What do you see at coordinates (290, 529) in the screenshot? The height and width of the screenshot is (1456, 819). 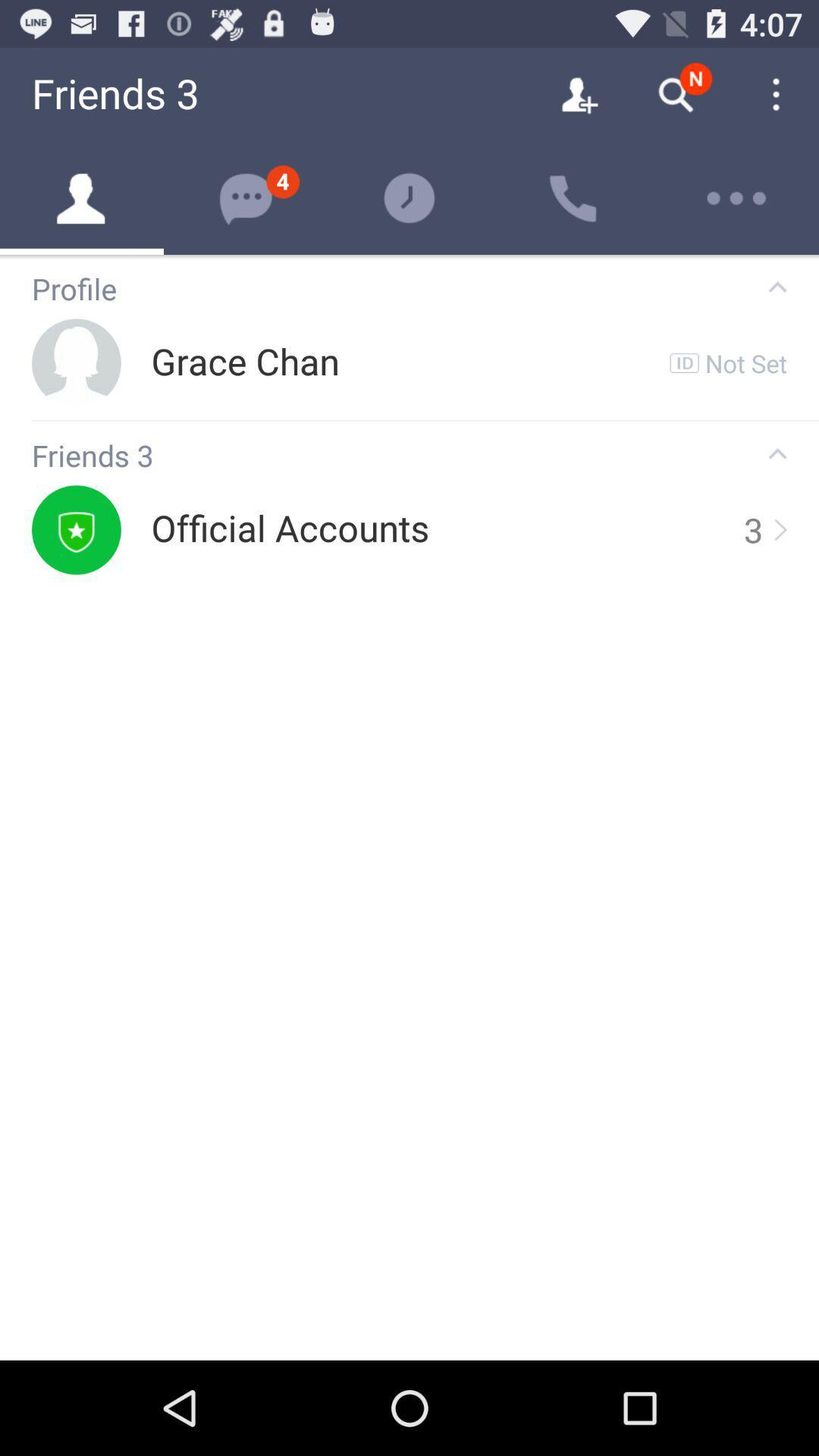 I see `app at the center` at bounding box center [290, 529].